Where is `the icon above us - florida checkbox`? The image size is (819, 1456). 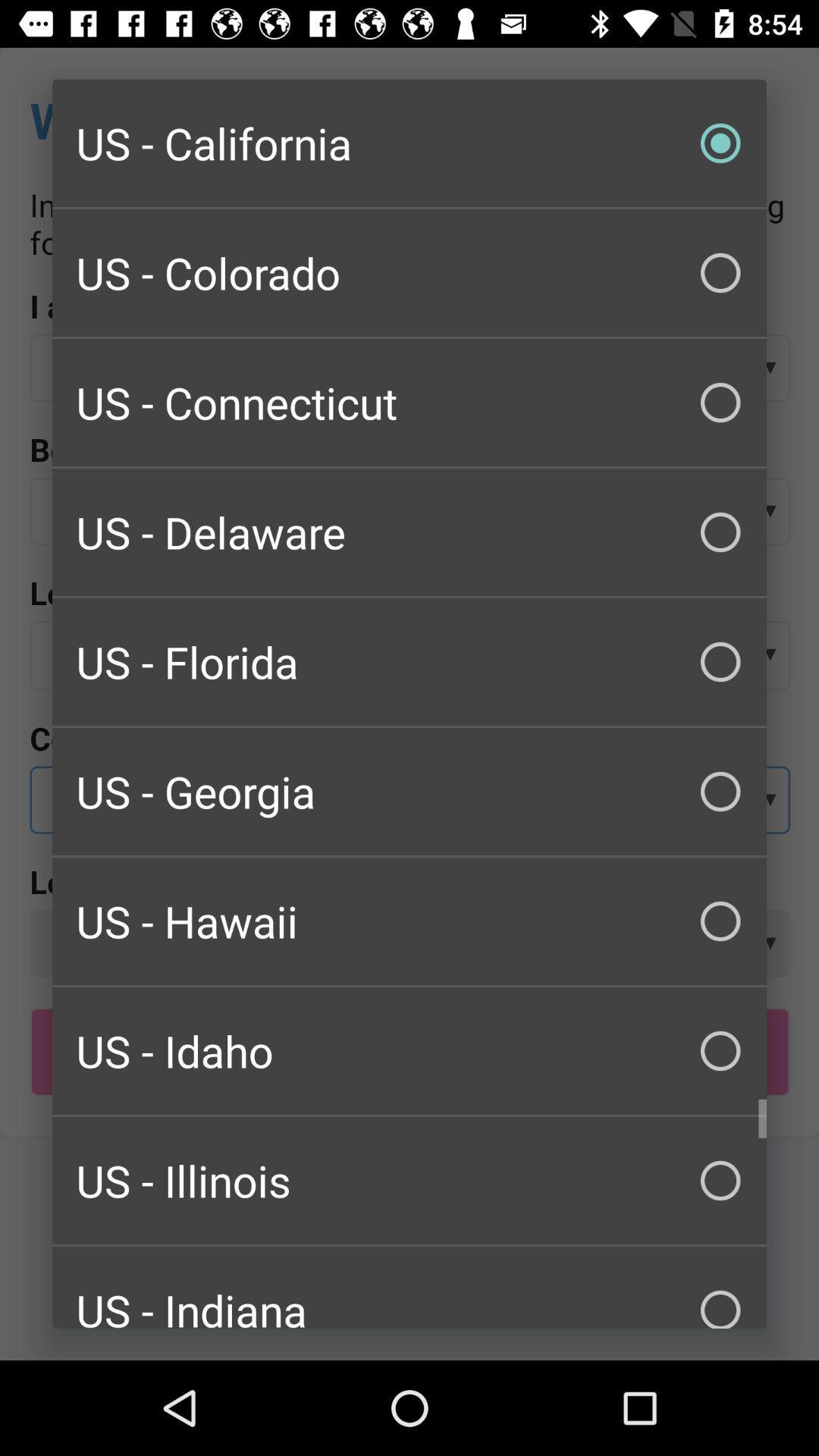
the icon above us - florida checkbox is located at coordinates (409, 532).